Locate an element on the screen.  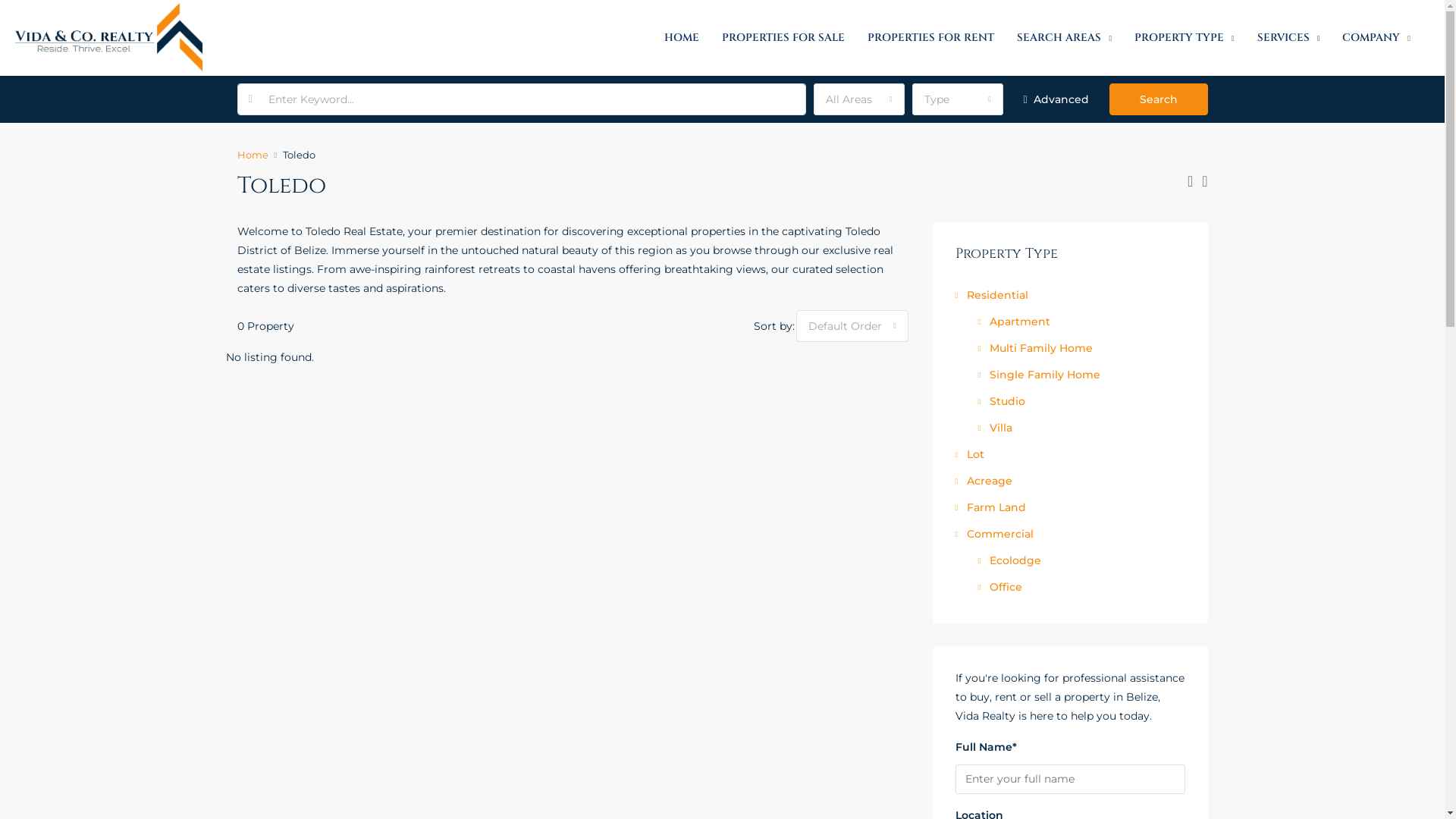
'Type' is located at coordinates (956, 99).